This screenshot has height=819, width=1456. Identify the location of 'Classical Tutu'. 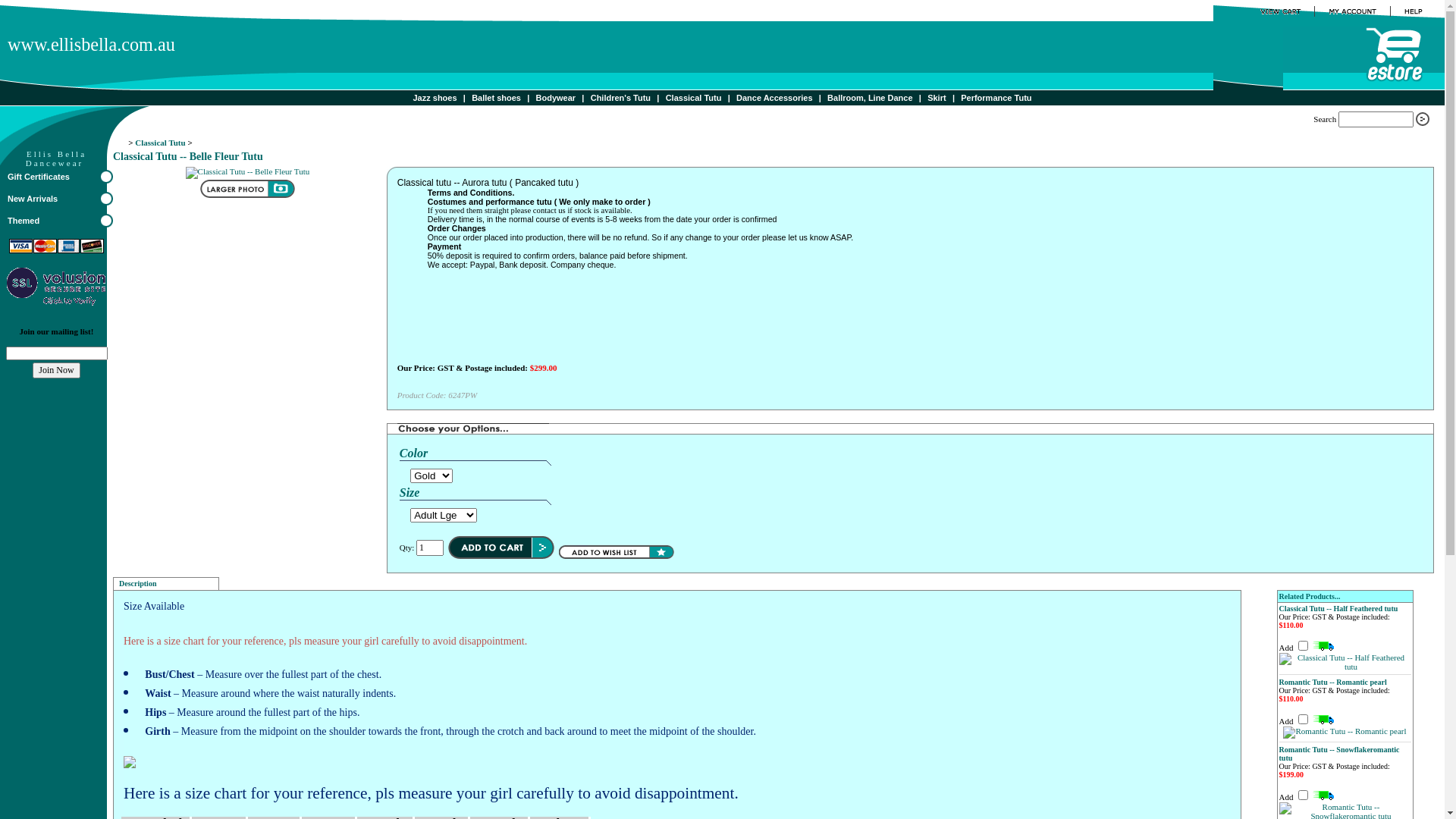
(160, 143).